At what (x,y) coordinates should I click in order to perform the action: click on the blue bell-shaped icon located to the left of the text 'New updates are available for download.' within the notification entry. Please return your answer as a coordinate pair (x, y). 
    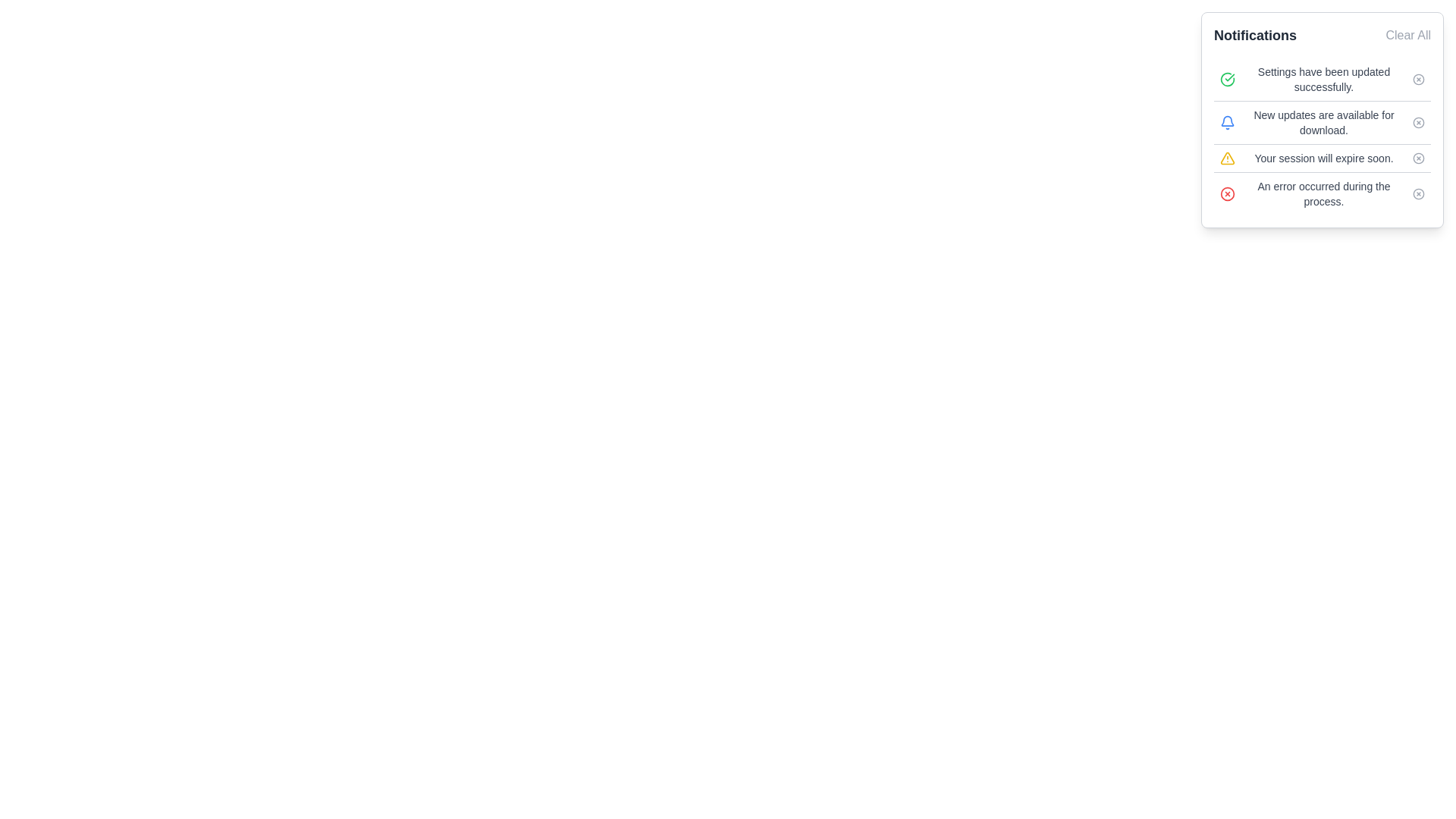
    Looking at the image, I should click on (1227, 122).